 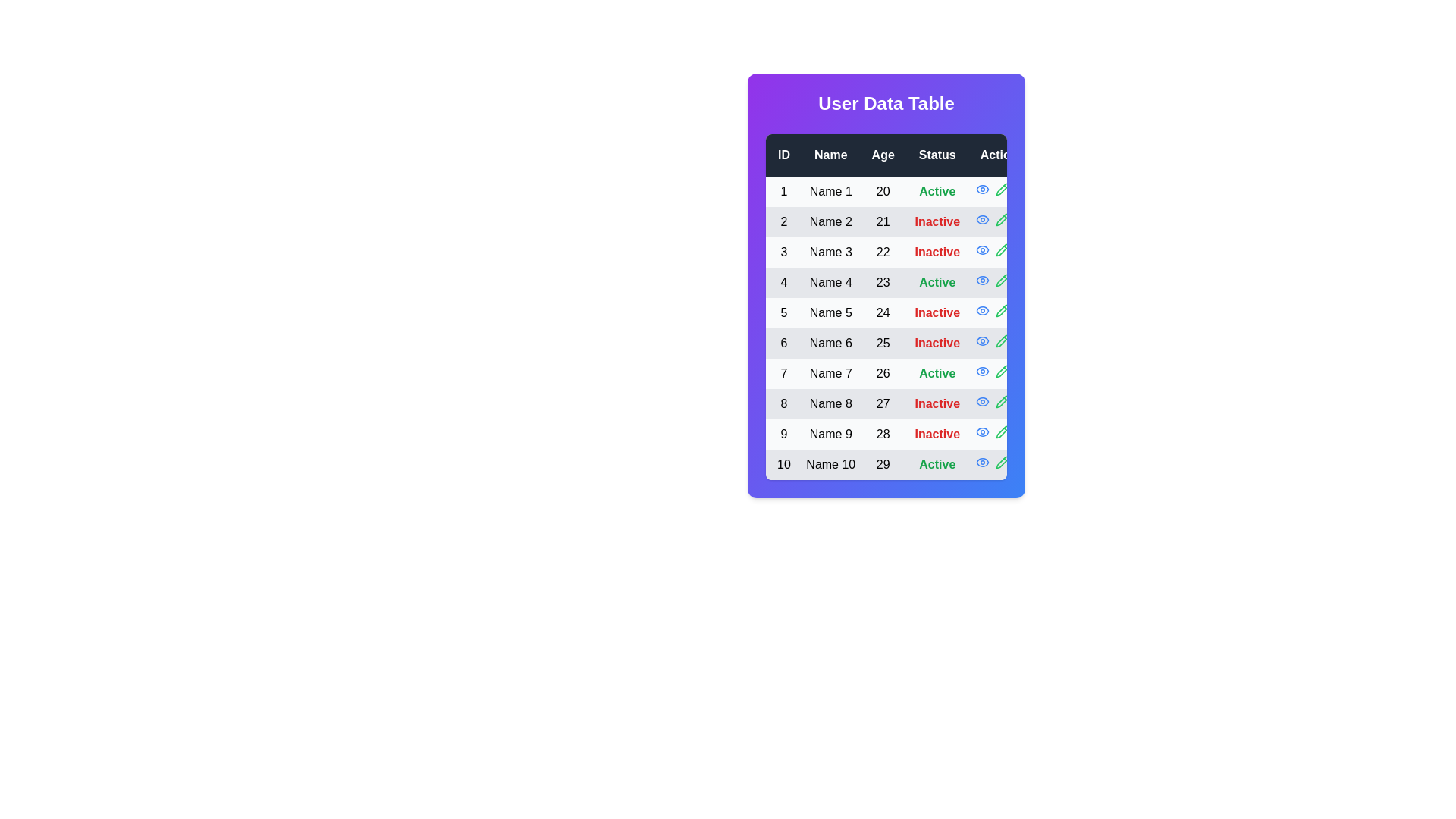 I want to click on the header Status to sort the table by that column, so click(x=937, y=155).